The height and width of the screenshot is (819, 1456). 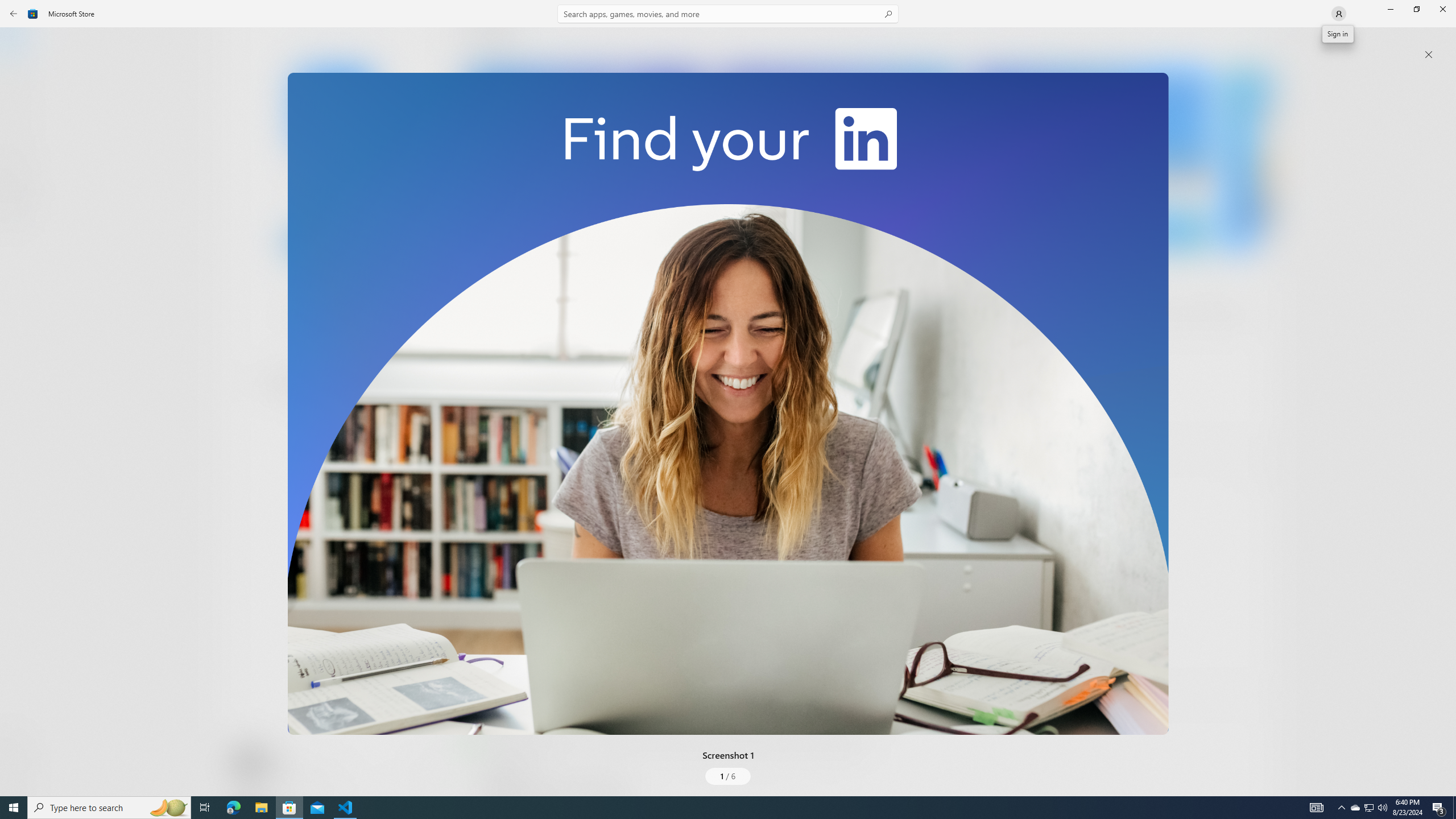 What do you see at coordinates (1442, 9) in the screenshot?
I see `'Close Microsoft Store'` at bounding box center [1442, 9].